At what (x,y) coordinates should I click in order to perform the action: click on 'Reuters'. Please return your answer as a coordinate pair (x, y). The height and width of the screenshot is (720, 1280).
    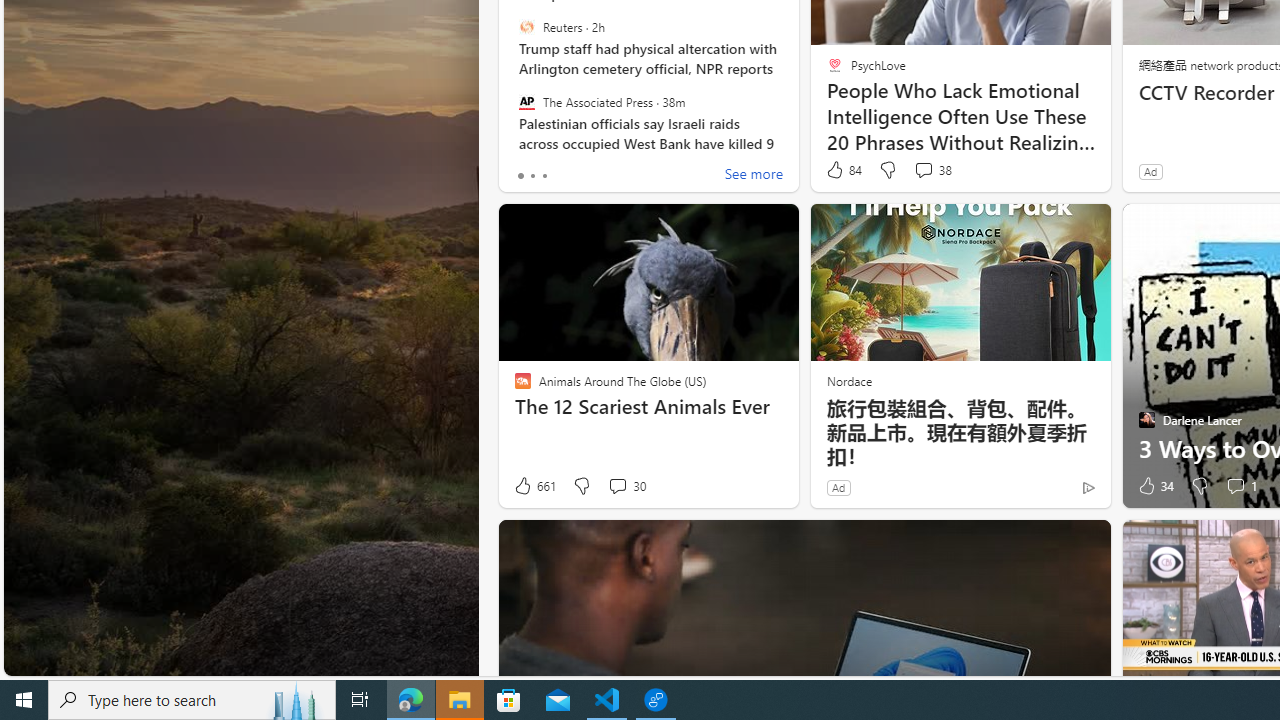
    Looking at the image, I should click on (526, 27).